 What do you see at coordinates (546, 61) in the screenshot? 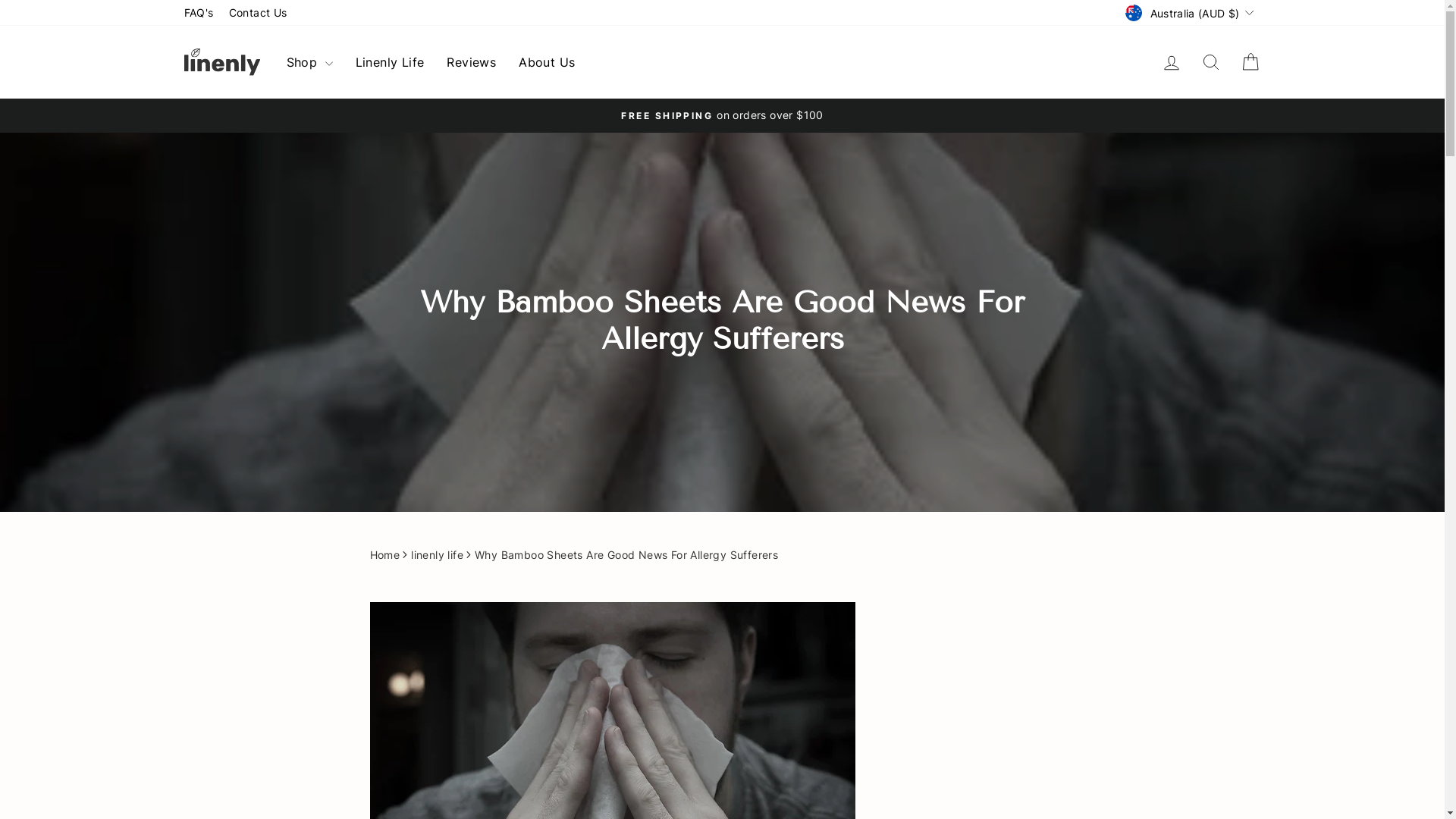
I see `'About Us'` at bounding box center [546, 61].